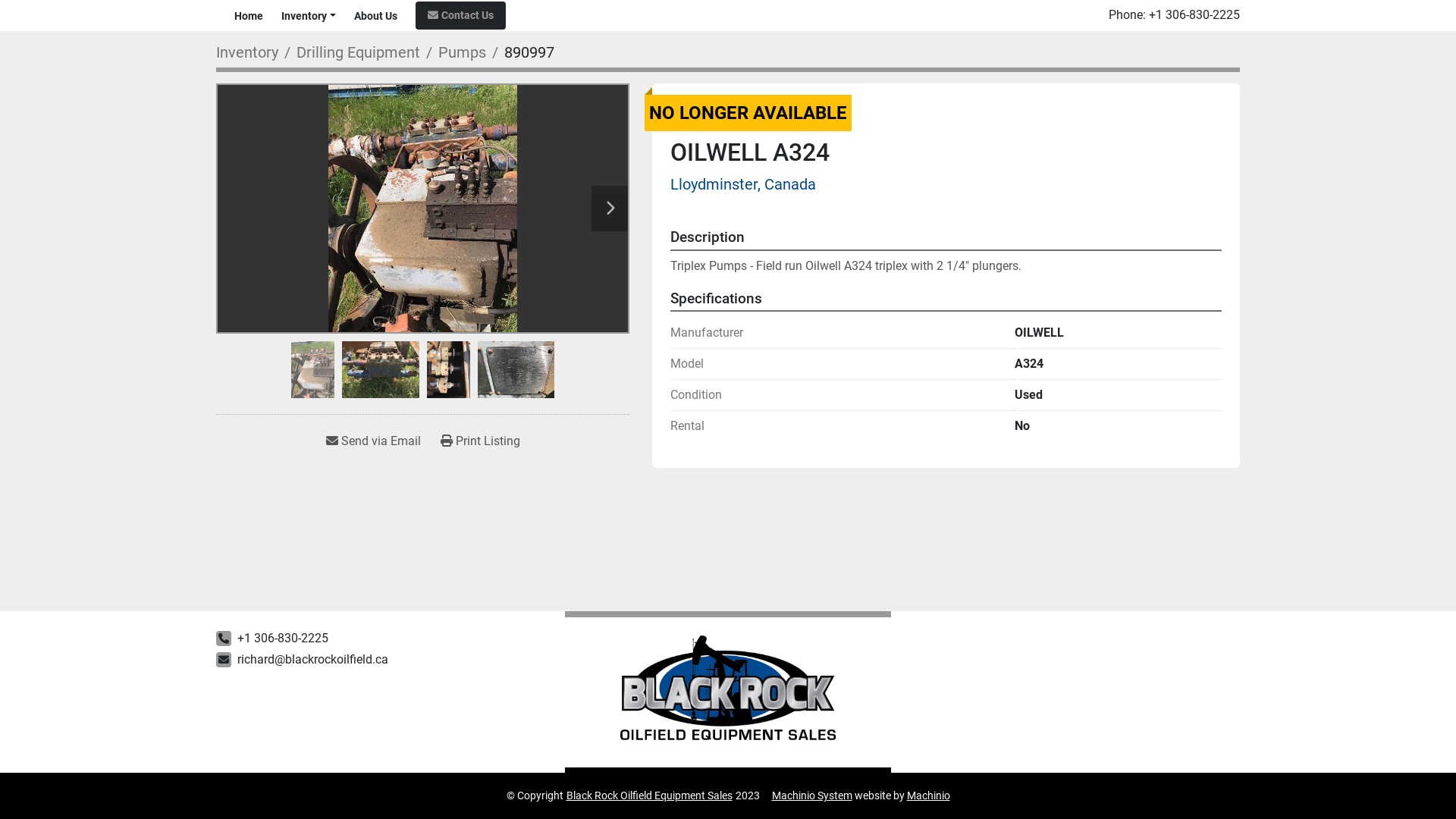  What do you see at coordinates (248, 15) in the screenshot?
I see `'Home'` at bounding box center [248, 15].